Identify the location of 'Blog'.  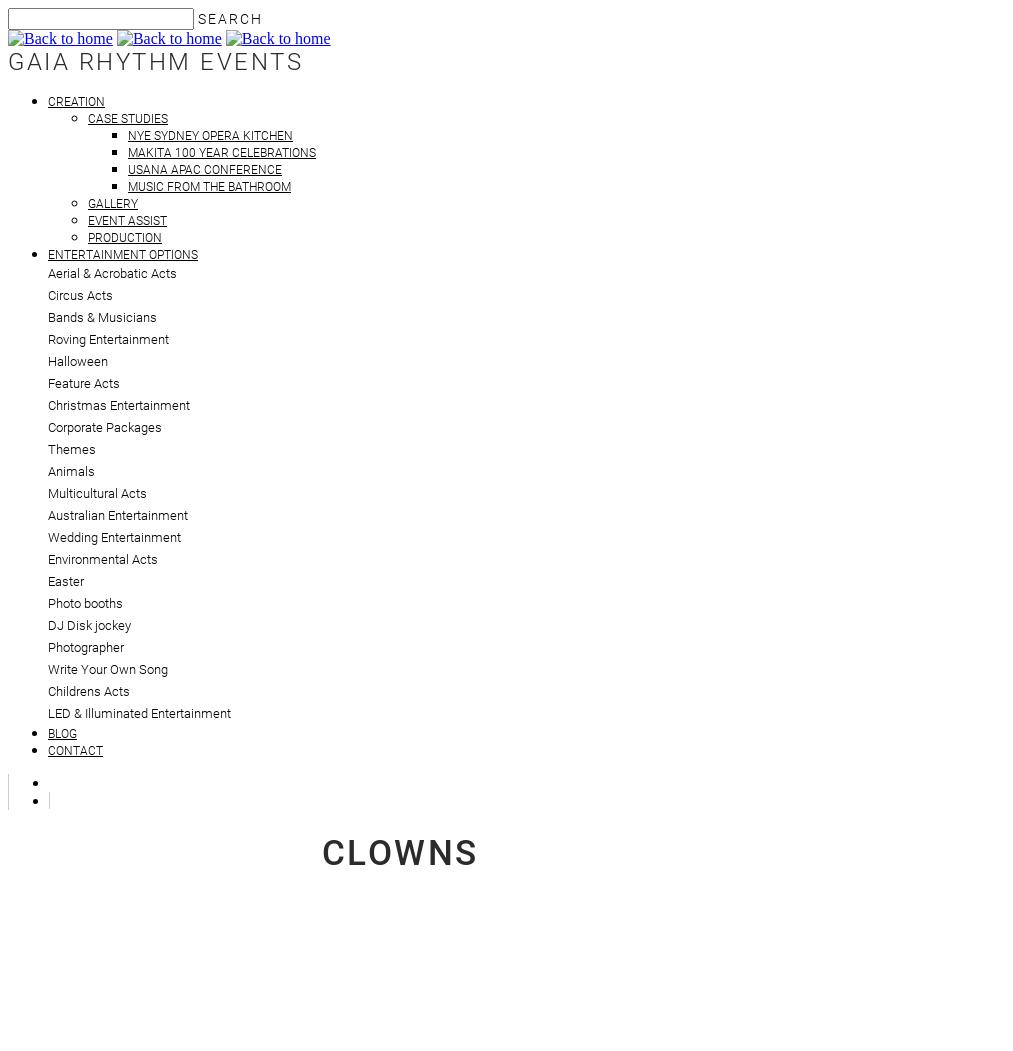
(61, 734).